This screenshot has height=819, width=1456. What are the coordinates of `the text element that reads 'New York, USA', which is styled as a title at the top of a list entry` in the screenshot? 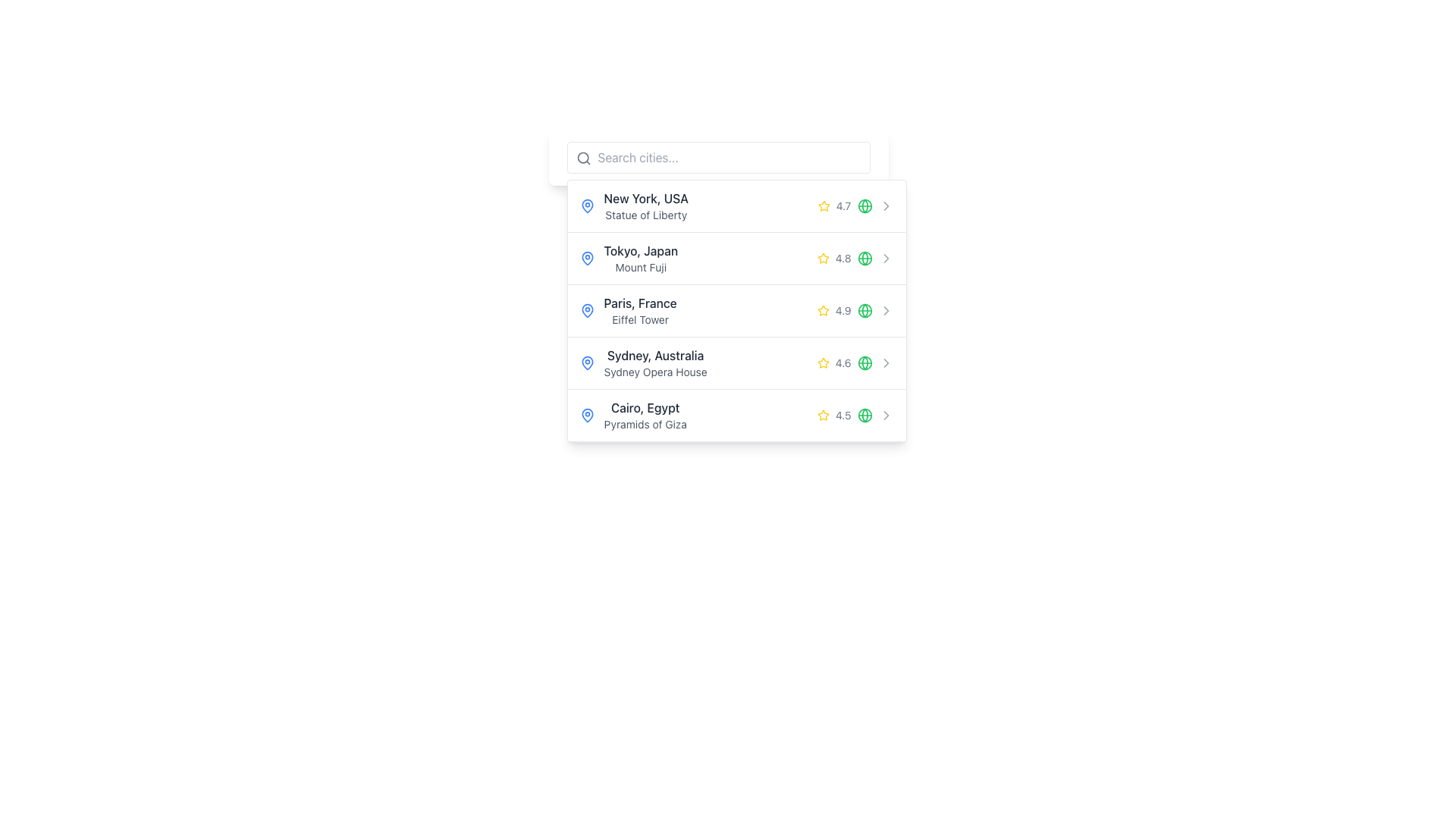 It's located at (646, 198).